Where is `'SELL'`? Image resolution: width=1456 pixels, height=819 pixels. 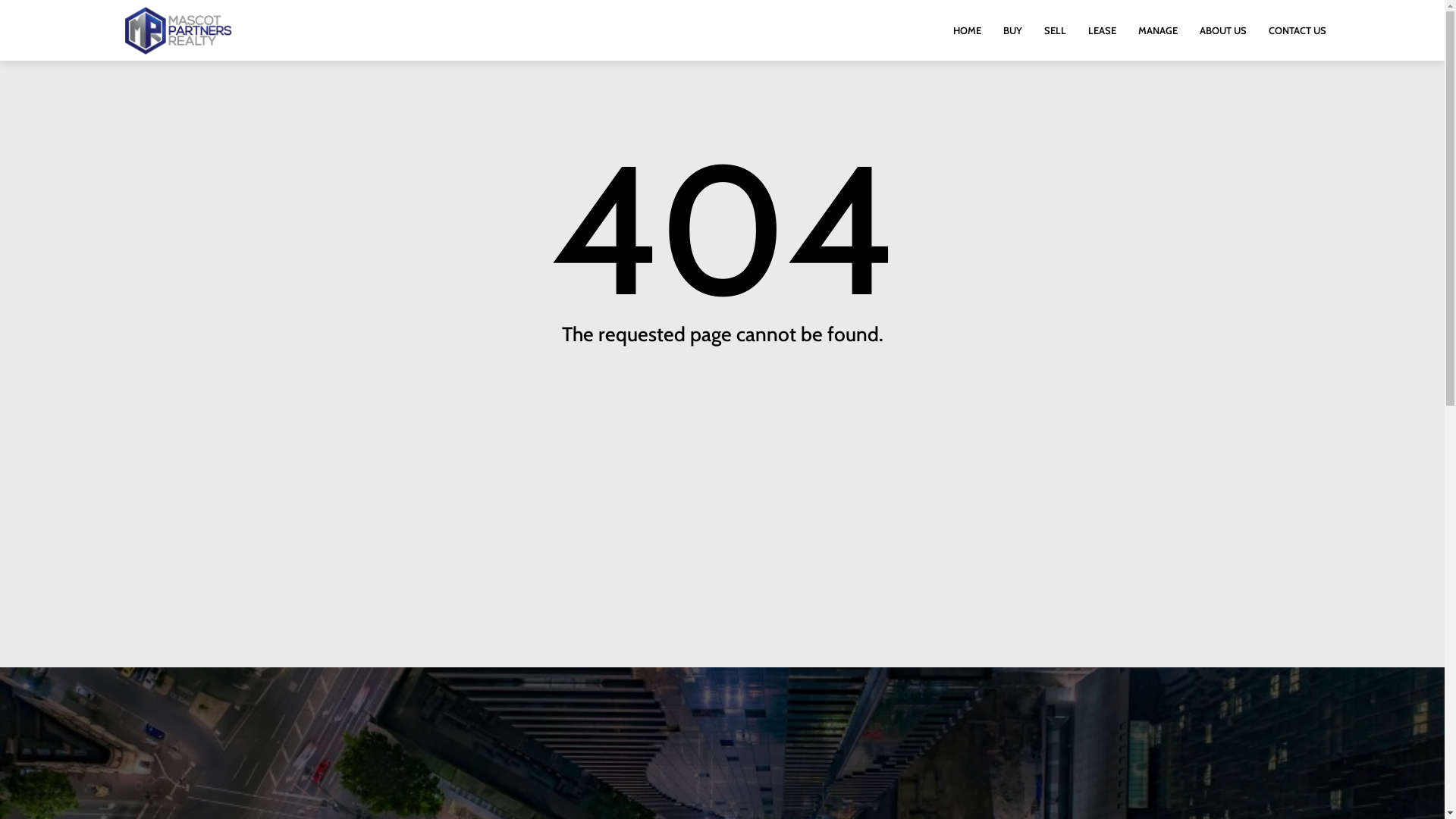 'SELL' is located at coordinates (1054, 30).